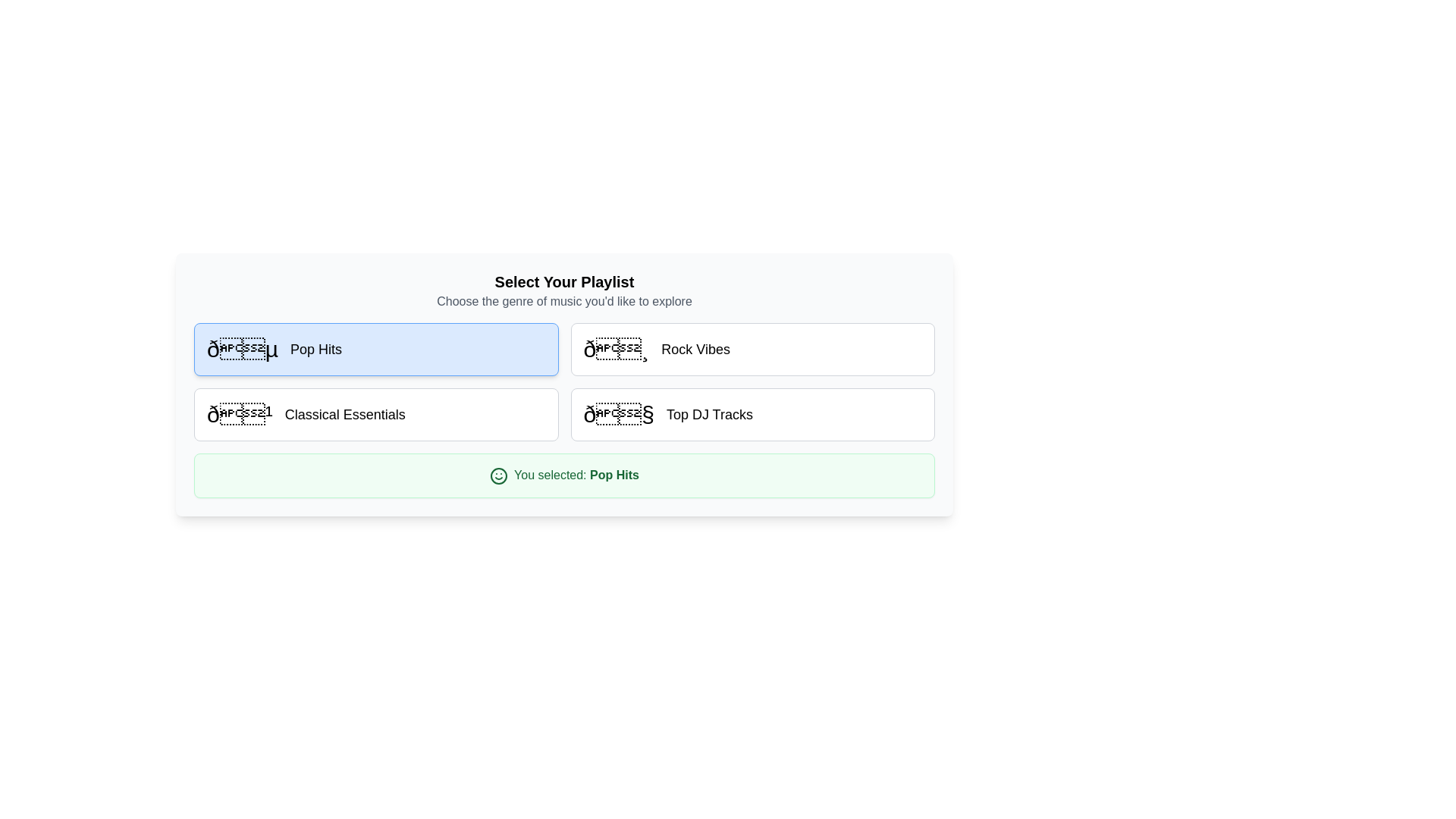  What do you see at coordinates (563, 291) in the screenshot?
I see `text in the header and descriptive text block that introduces and instructs the user about selecting a music playlist, located at the center of the card above the music genre buttons` at bounding box center [563, 291].